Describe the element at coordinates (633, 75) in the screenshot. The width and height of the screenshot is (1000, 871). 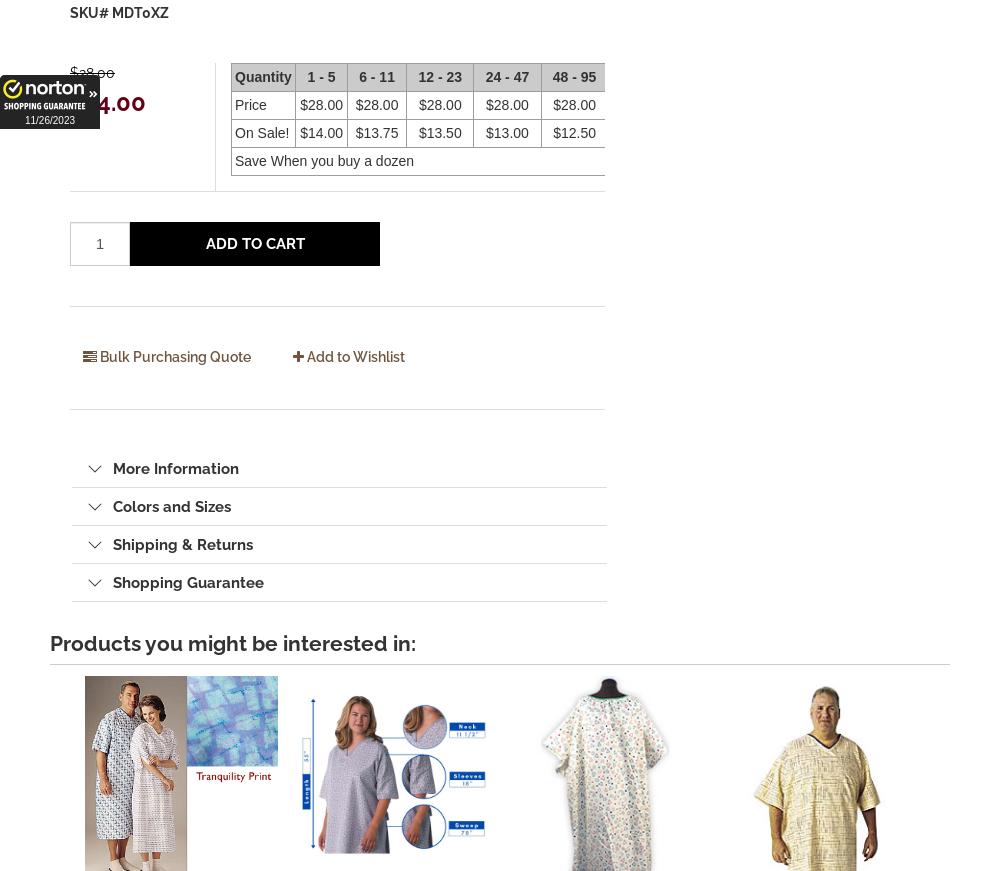
I see `'96+'` at that location.